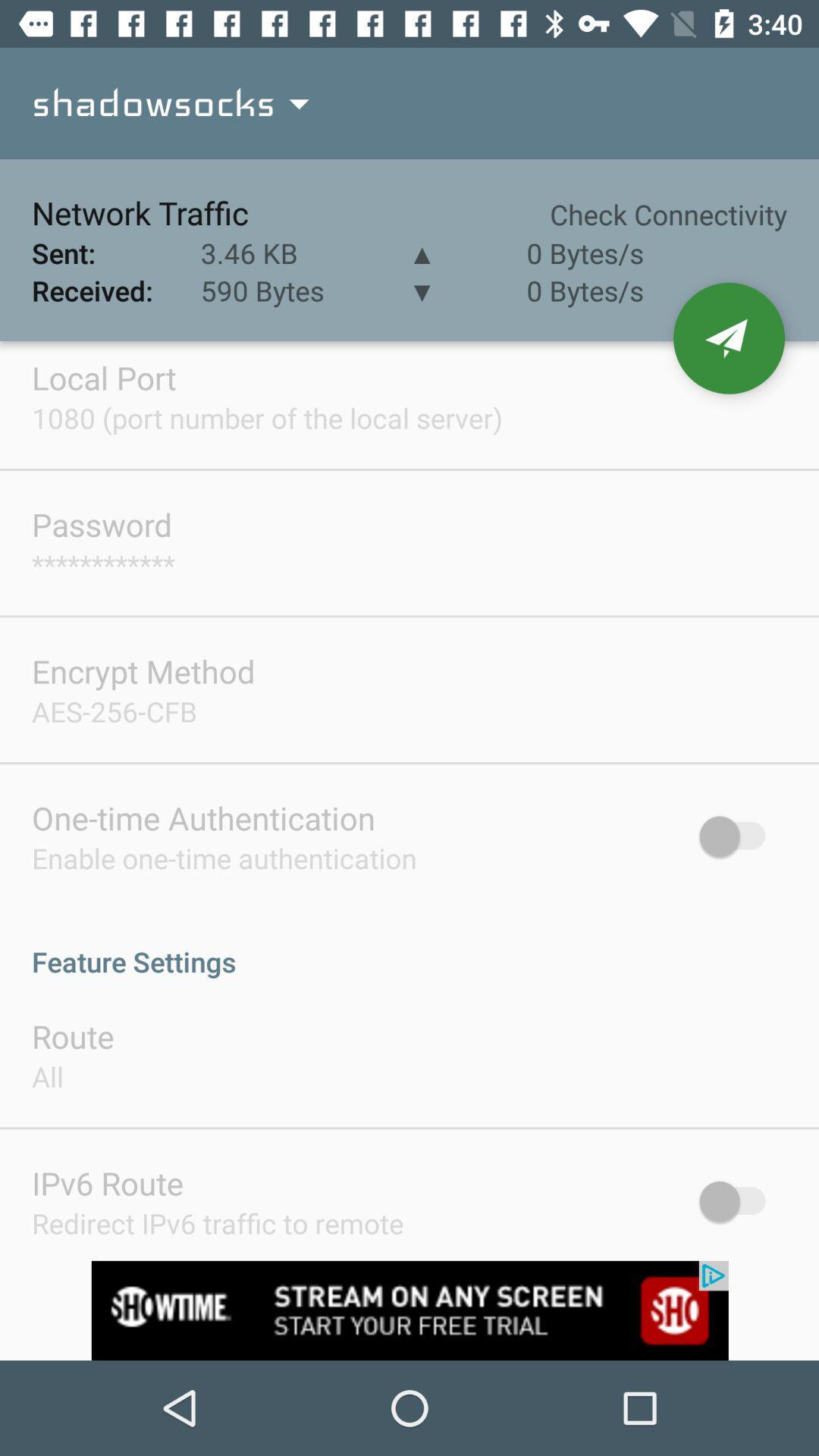 Image resolution: width=819 pixels, height=1456 pixels. What do you see at coordinates (728, 337) in the screenshot?
I see `open location options` at bounding box center [728, 337].